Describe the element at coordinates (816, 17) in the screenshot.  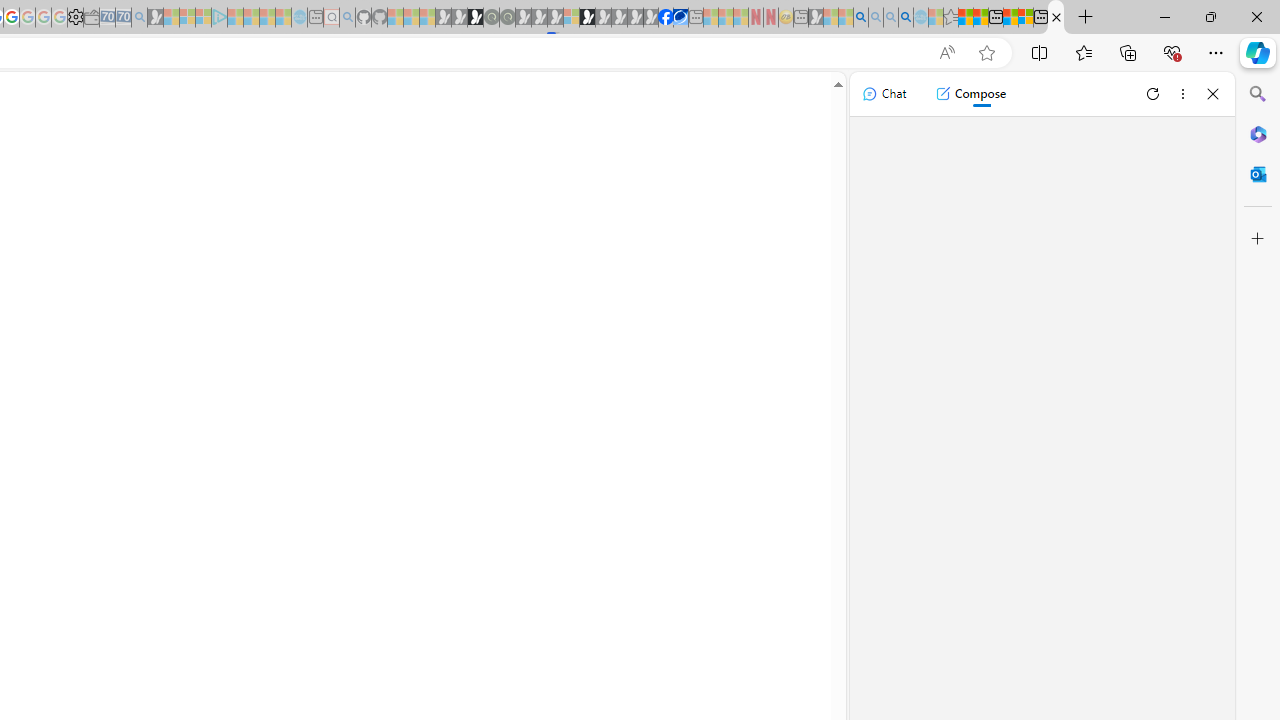
I see `'MSN - Sleeping'` at that location.